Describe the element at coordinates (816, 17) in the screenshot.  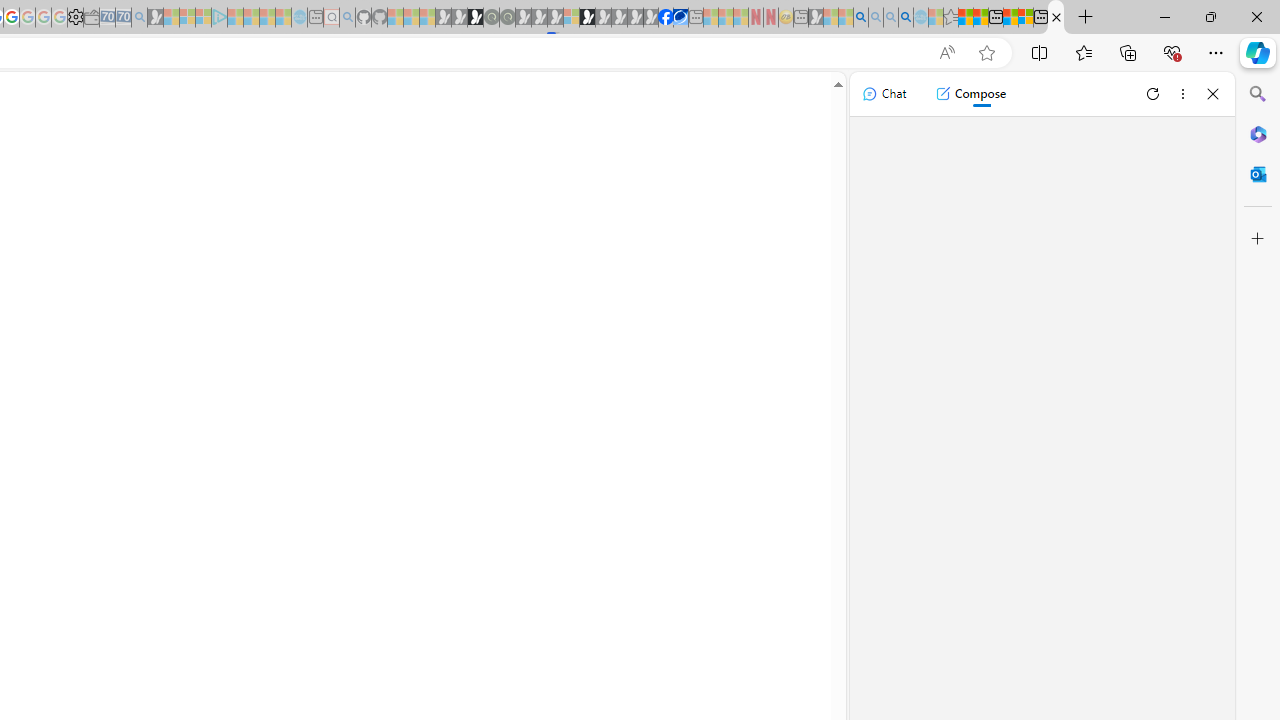
I see `'MSN - Sleeping'` at that location.